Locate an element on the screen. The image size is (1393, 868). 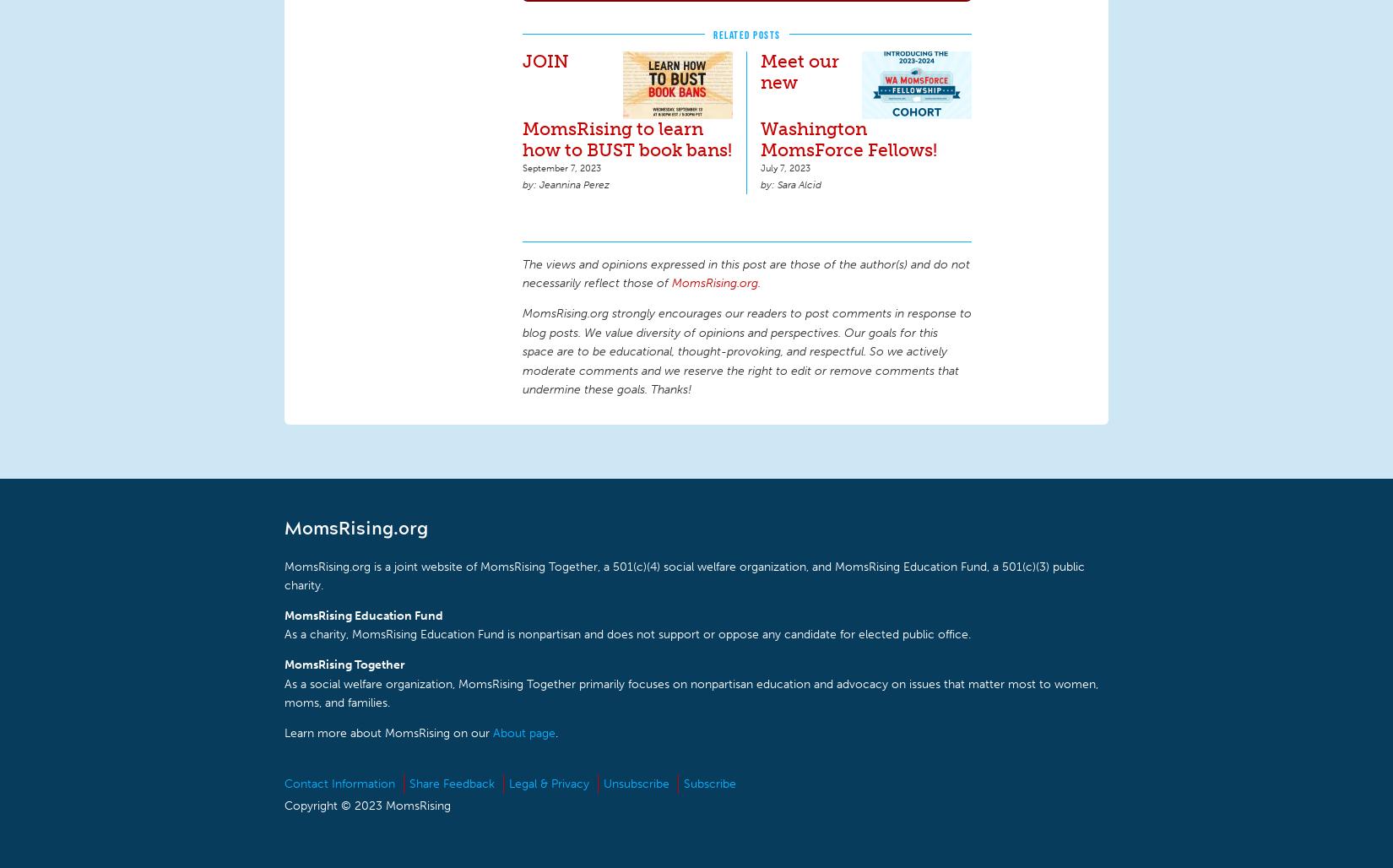
'Related Posts' is located at coordinates (746, 34).